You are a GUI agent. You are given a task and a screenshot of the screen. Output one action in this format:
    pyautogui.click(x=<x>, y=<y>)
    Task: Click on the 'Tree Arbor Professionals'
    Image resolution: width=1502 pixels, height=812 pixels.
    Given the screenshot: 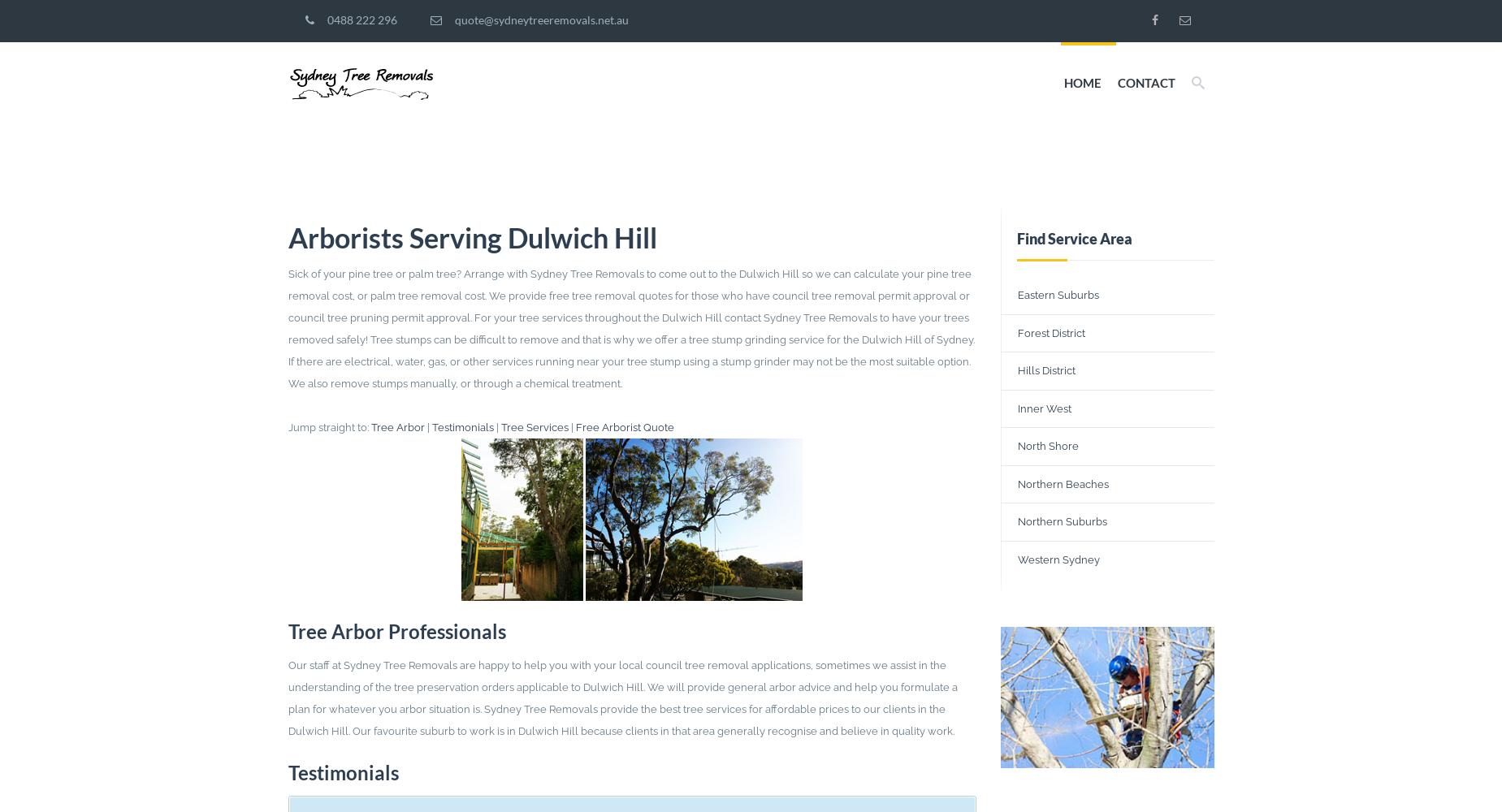 What is the action you would take?
    pyautogui.click(x=395, y=631)
    